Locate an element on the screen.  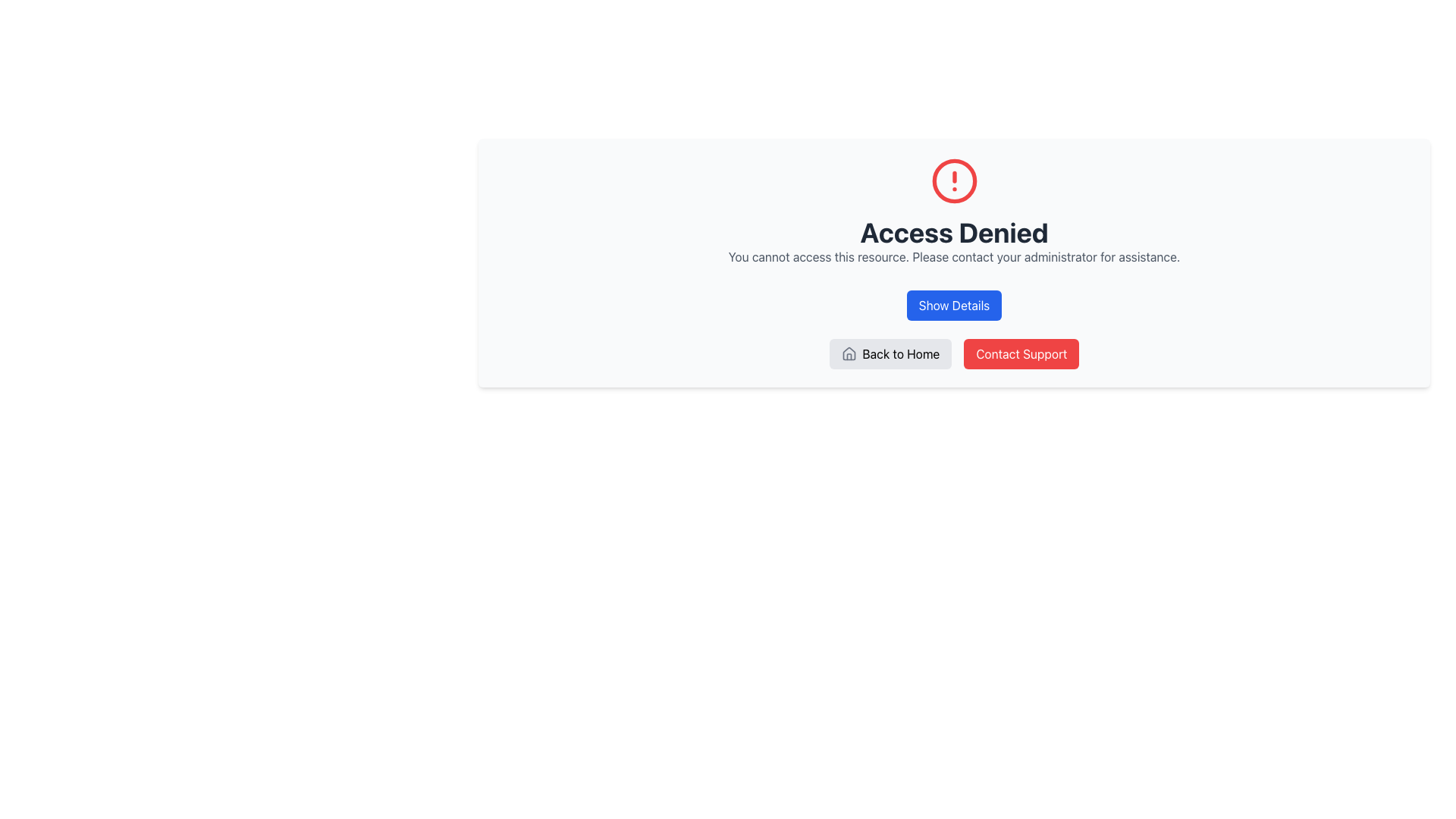
the 'Back to Home' button is located at coordinates (890, 353).